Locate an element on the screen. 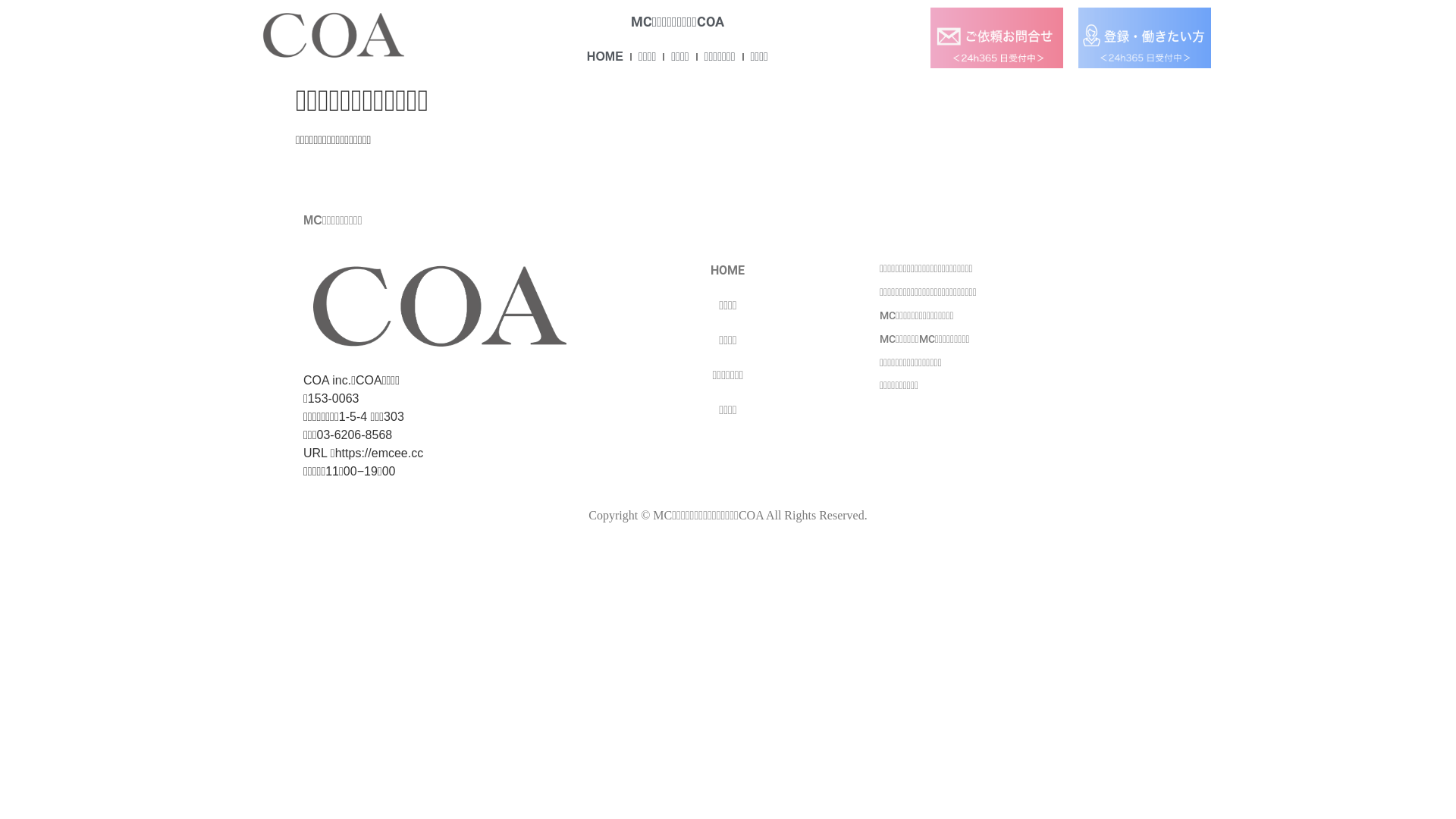  'HOME' is located at coordinates (585, 55).